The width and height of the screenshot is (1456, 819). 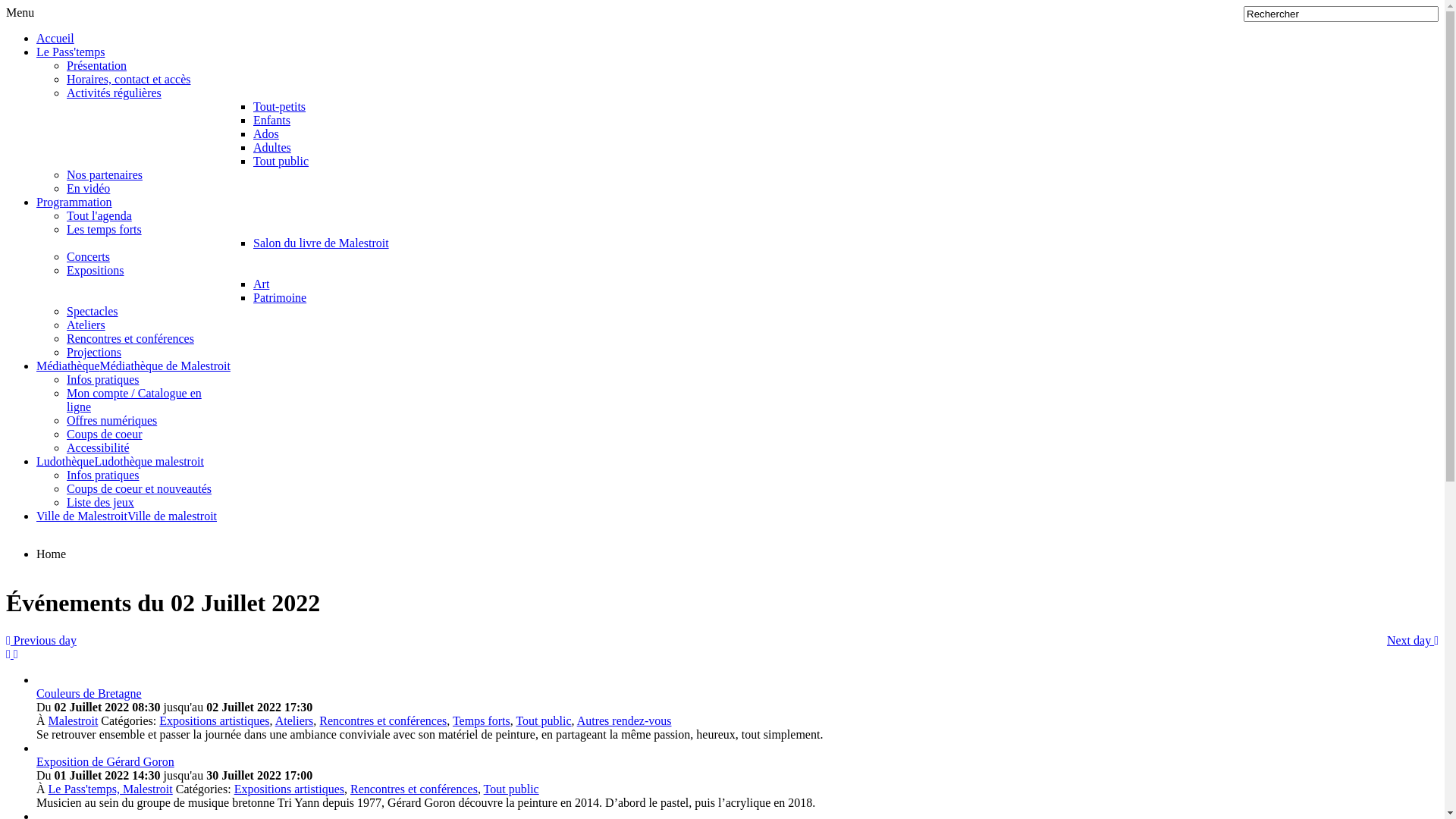 What do you see at coordinates (48, 788) in the screenshot?
I see `'Le Pass'temps, Malestroit'` at bounding box center [48, 788].